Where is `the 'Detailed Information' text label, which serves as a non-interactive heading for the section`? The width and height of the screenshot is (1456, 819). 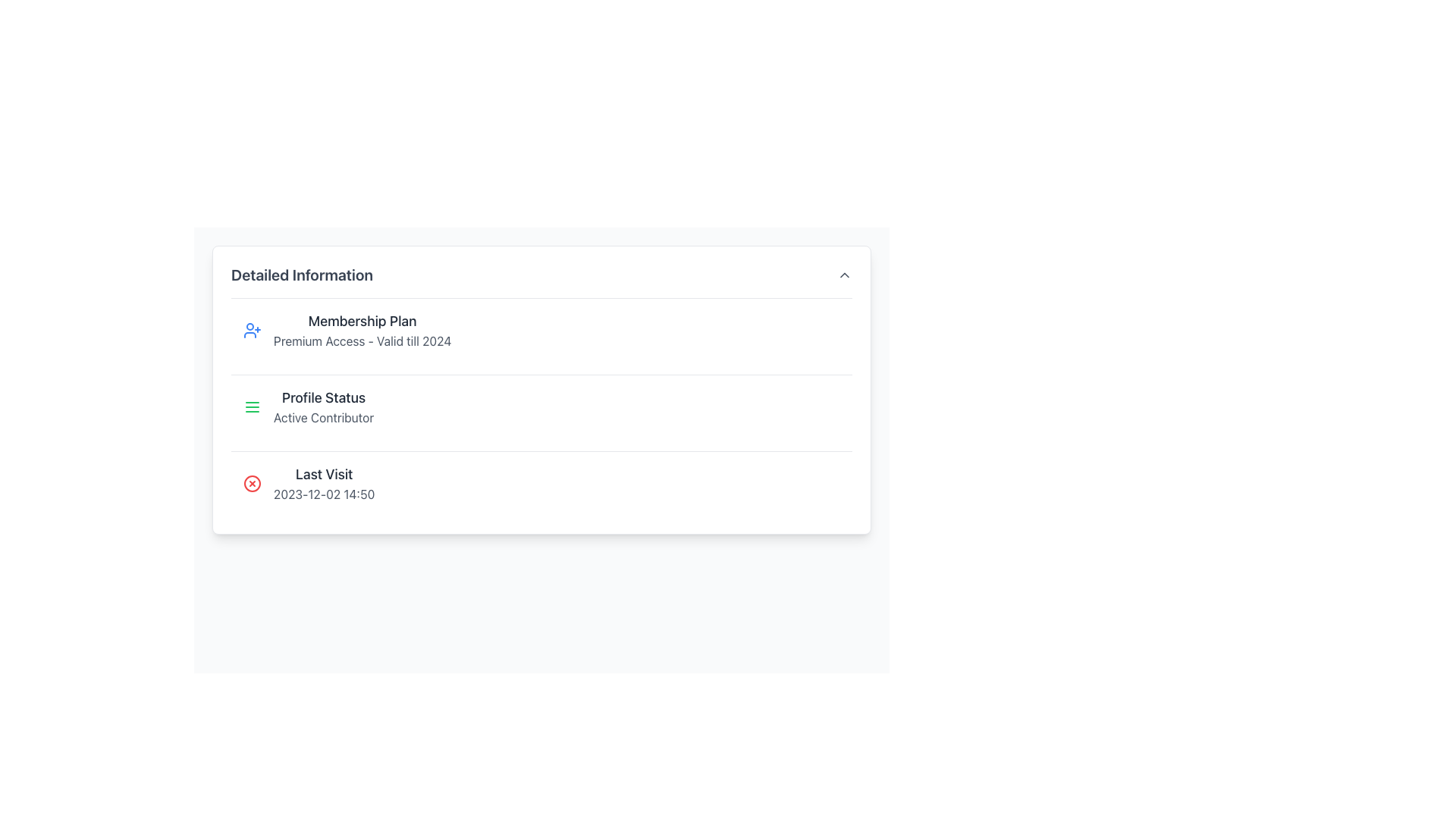
the 'Detailed Information' text label, which serves as a non-interactive heading for the section is located at coordinates (302, 275).